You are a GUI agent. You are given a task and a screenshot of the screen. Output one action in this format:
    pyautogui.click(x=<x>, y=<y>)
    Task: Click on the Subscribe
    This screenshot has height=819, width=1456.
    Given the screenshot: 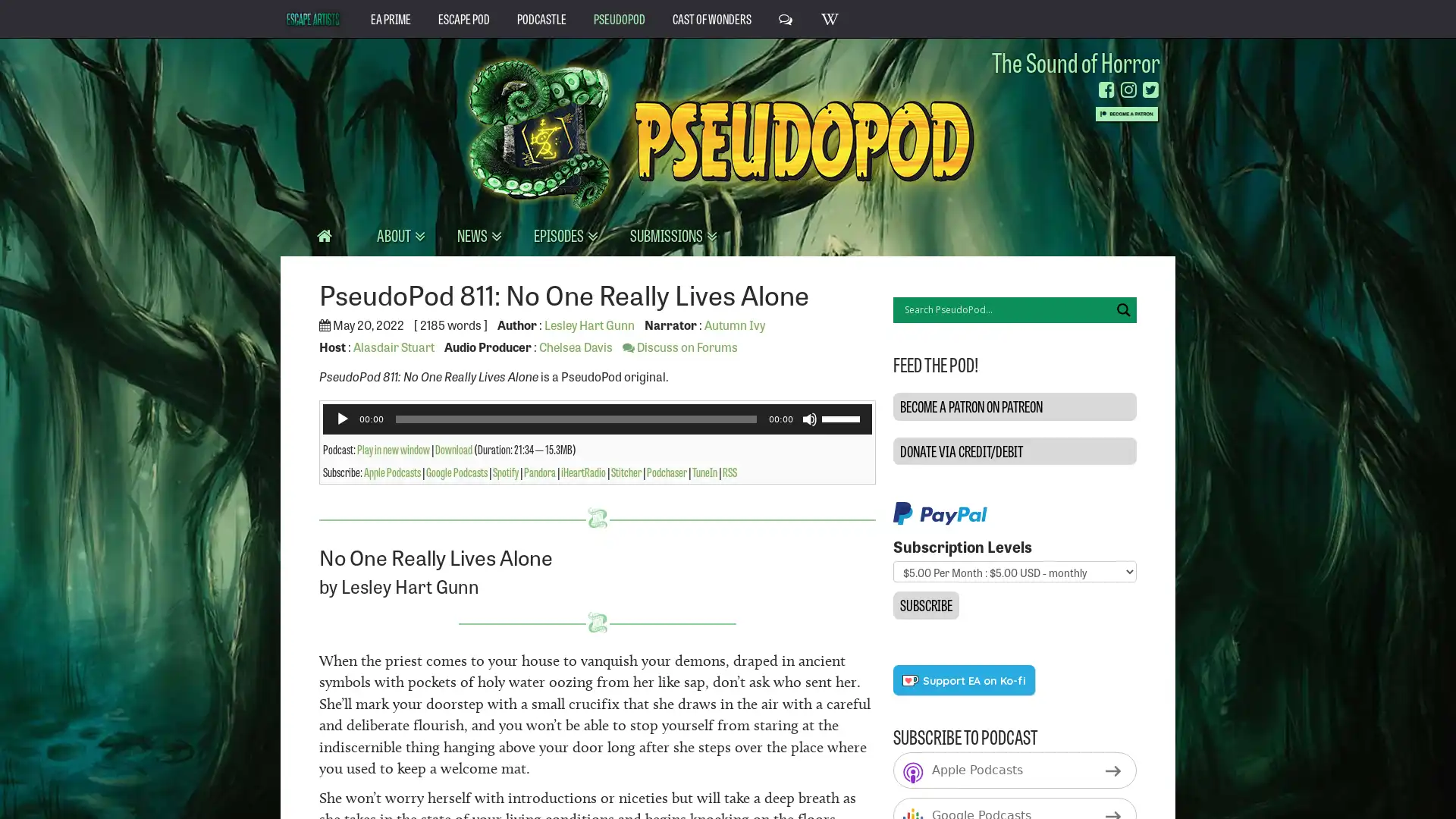 What is the action you would take?
    pyautogui.click(x=924, y=604)
    